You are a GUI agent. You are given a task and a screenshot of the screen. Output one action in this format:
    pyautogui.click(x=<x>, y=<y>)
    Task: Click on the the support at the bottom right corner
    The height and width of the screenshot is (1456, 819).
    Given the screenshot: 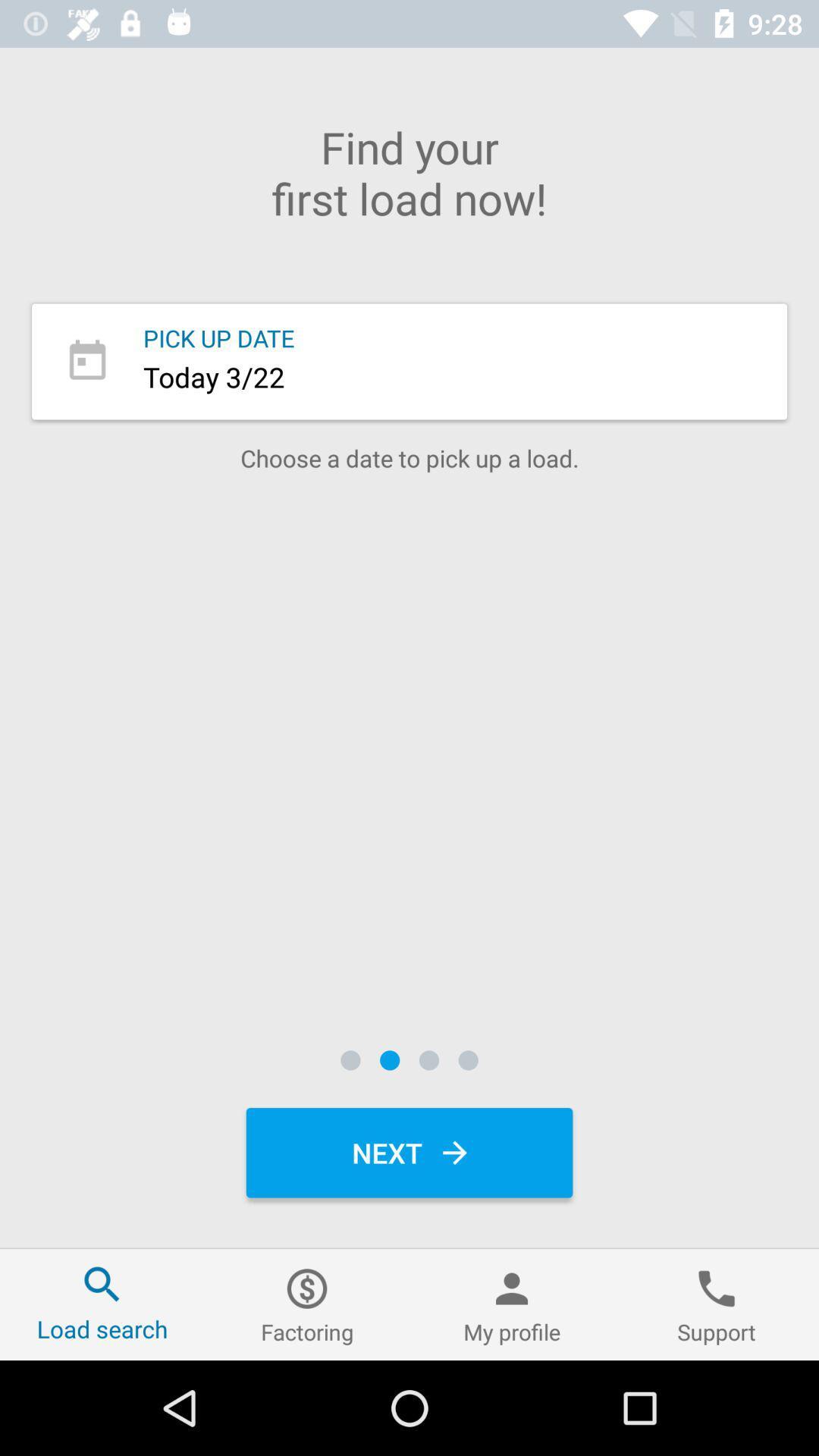 What is the action you would take?
    pyautogui.click(x=717, y=1304)
    